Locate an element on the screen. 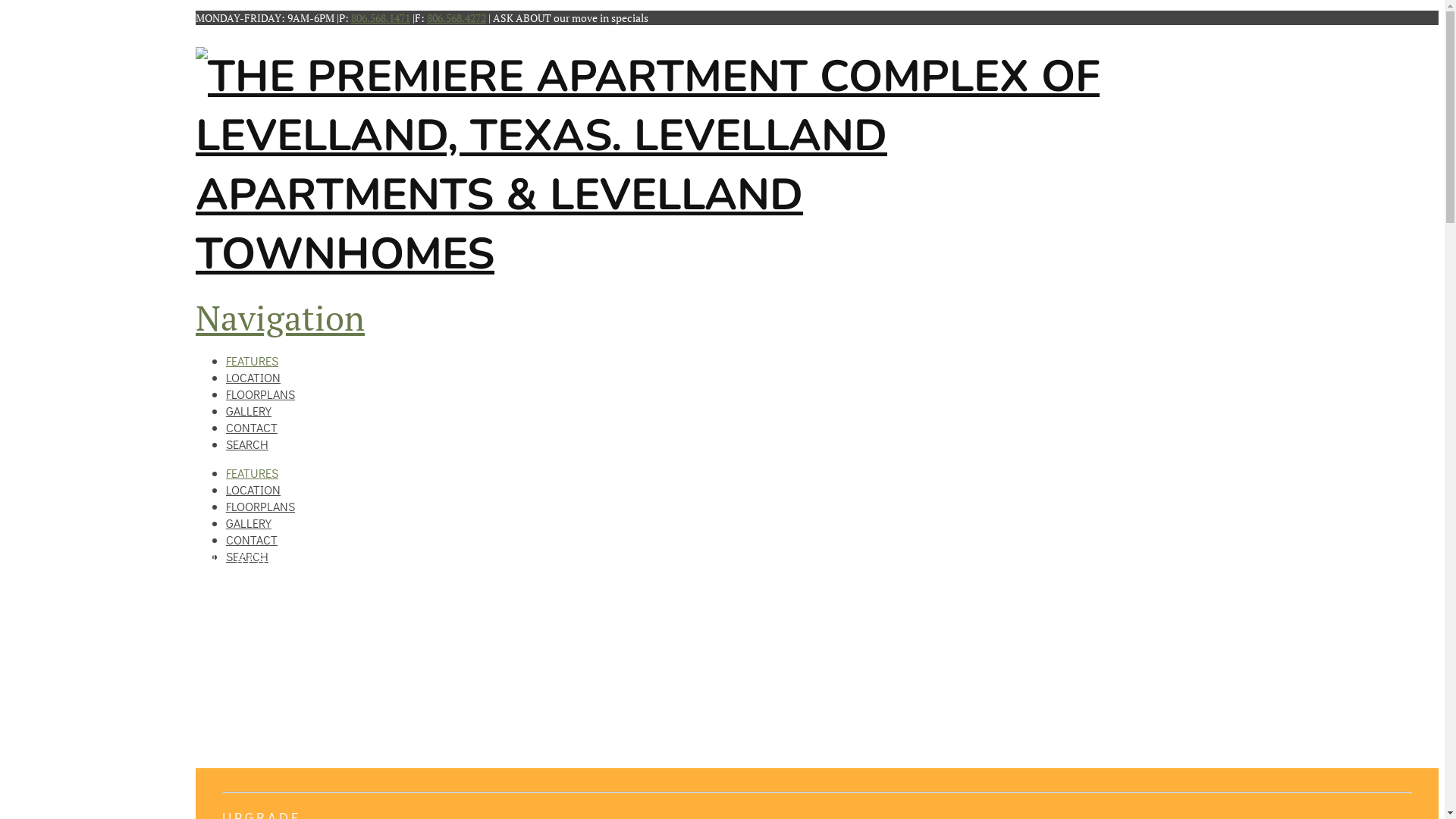 The height and width of the screenshot is (819, 1456). 'FLOORPLANS' is located at coordinates (260, 506).